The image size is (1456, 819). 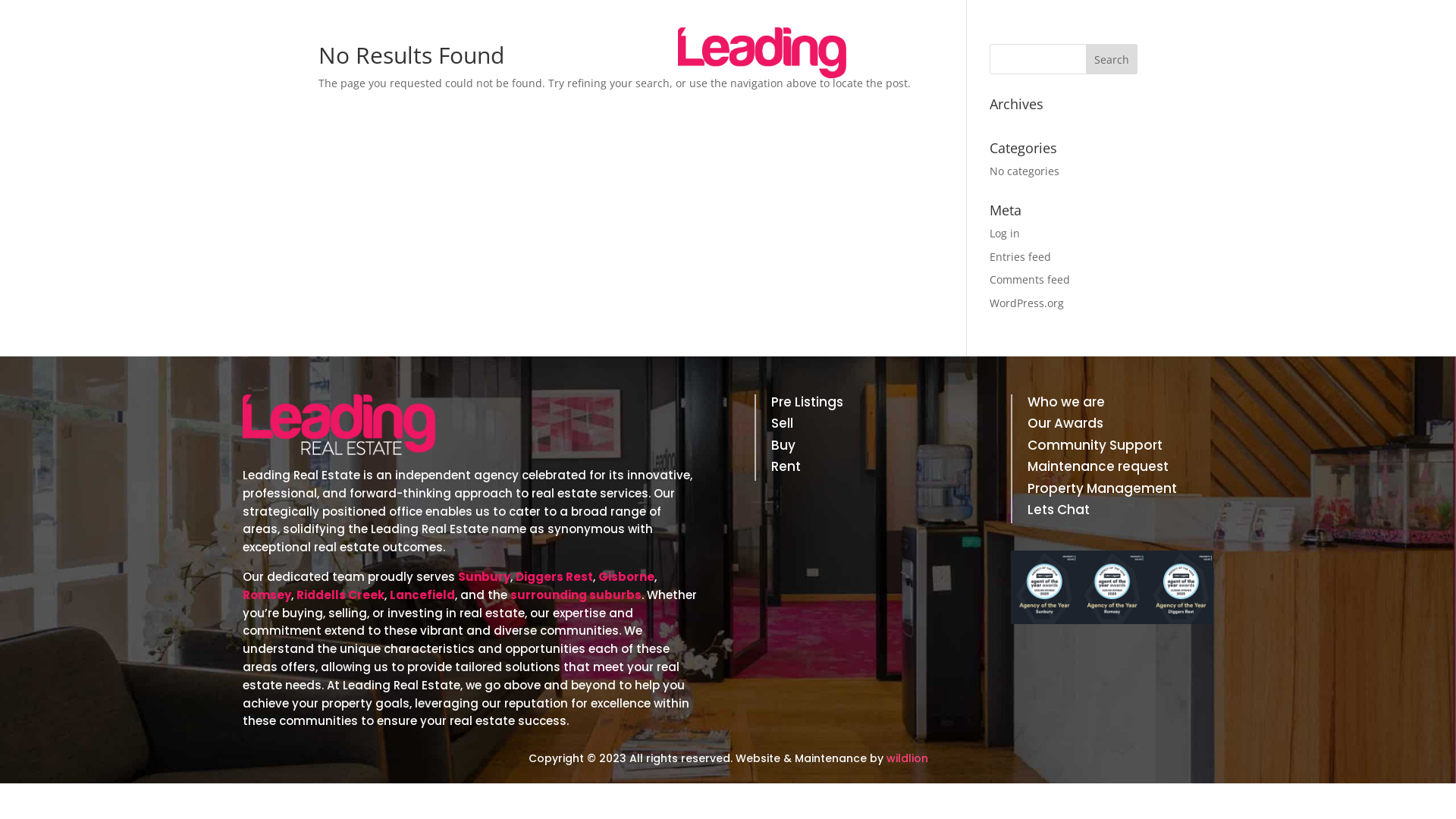 I want to click on 'Comments feed', so click(x=1030, y=279).